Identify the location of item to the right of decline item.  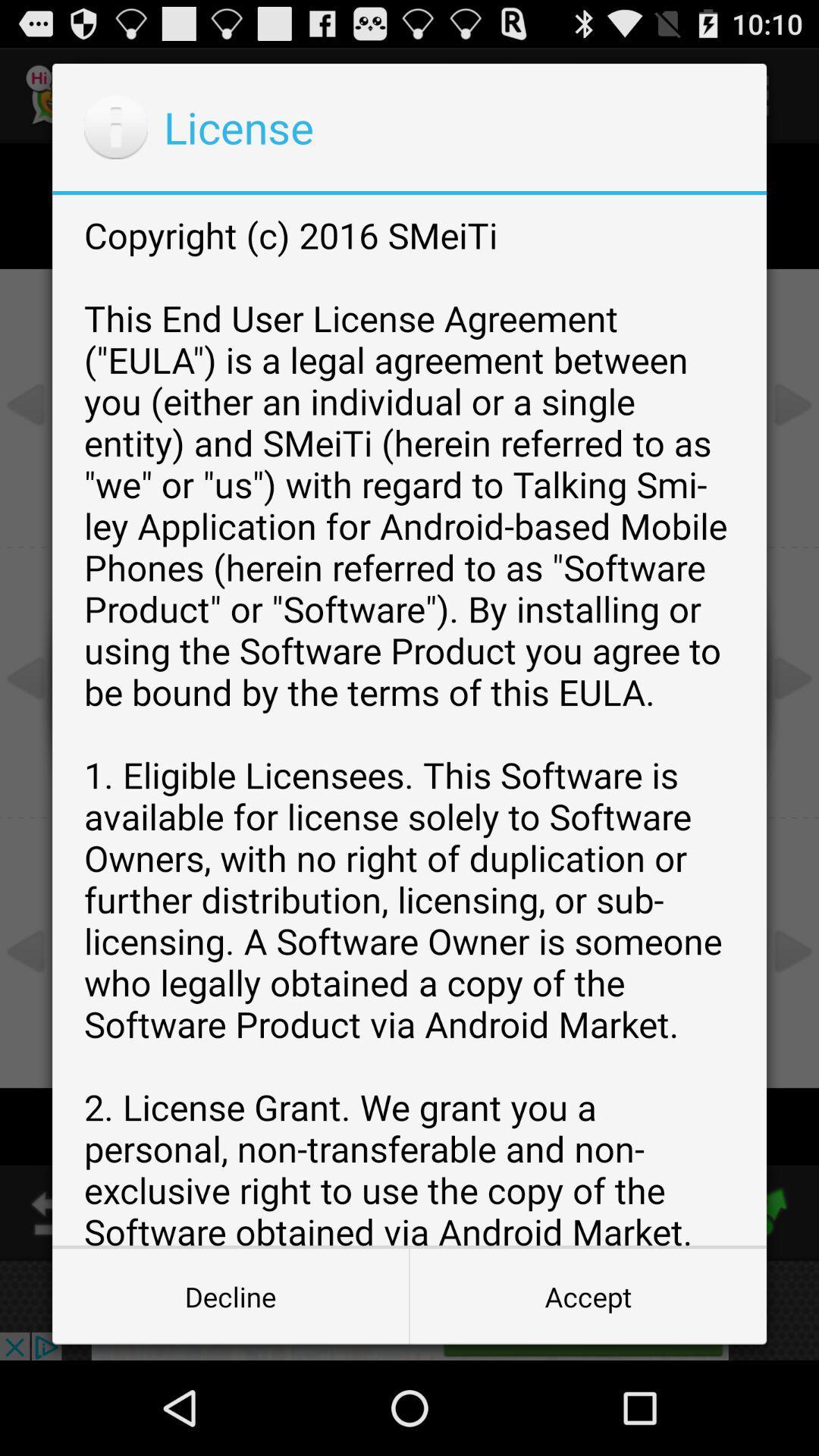
(587, 1295).